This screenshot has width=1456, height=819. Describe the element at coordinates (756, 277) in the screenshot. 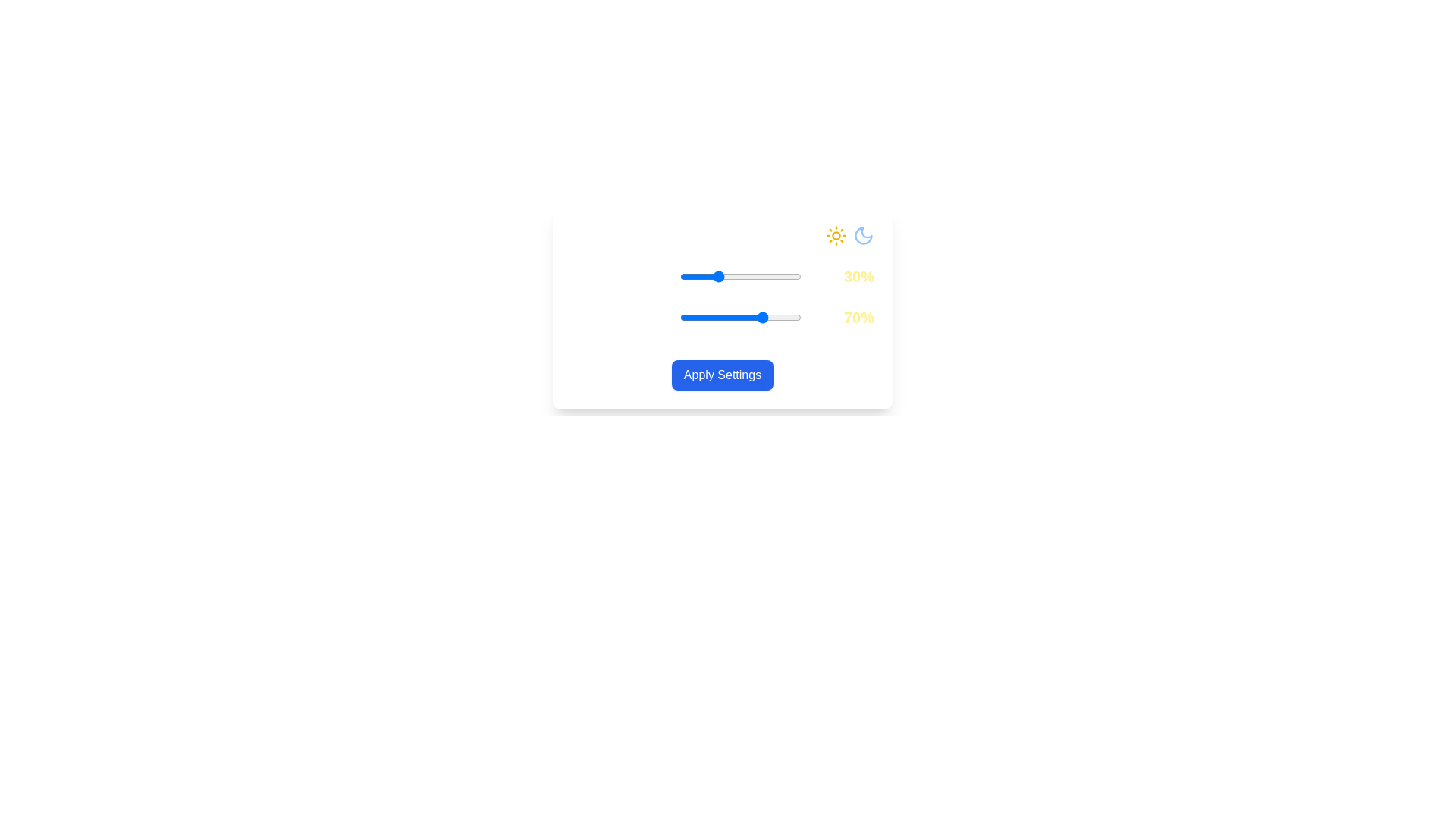

I see `the Daylight Intensity slider to 63%` at that location.